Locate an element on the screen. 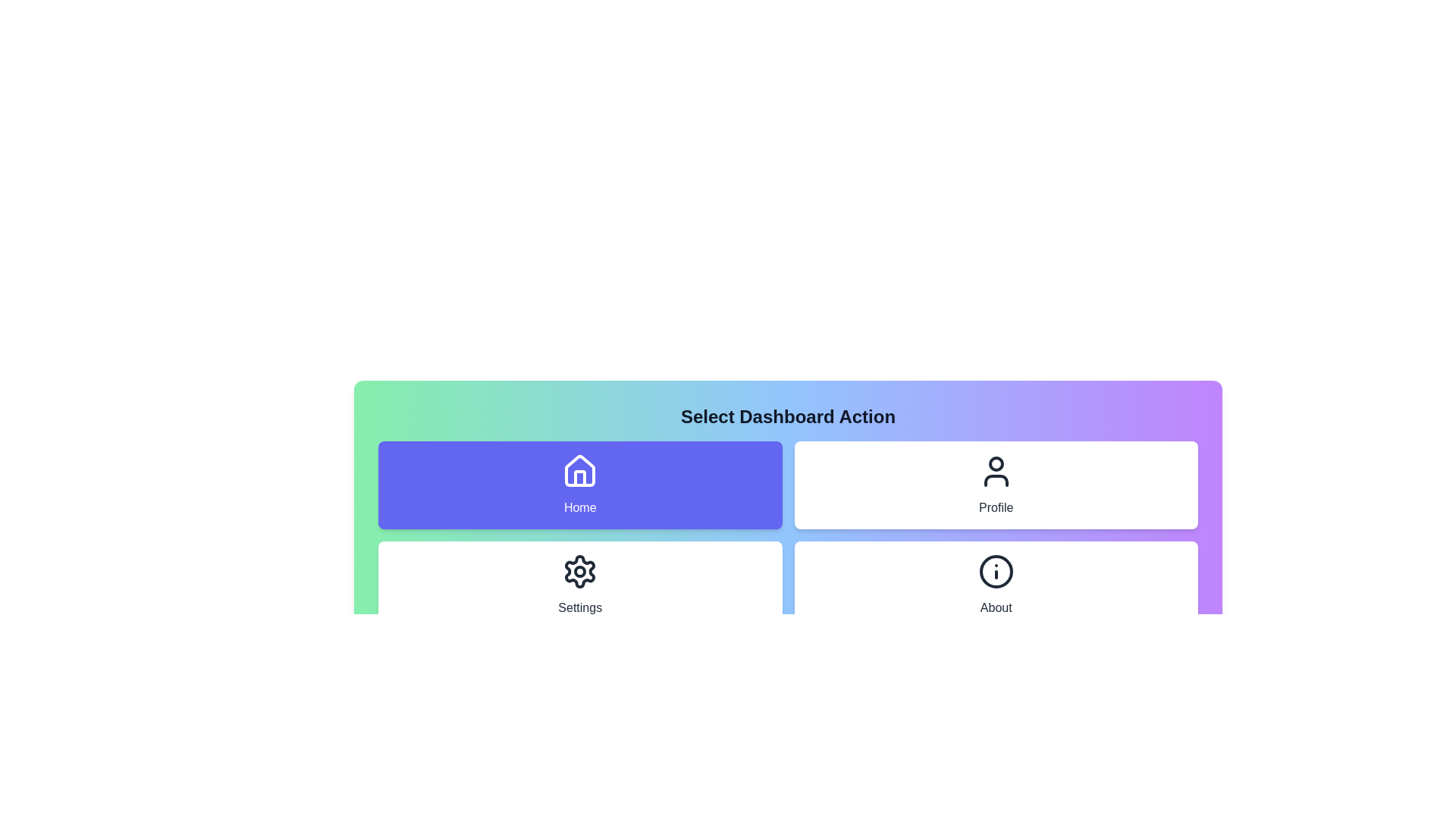 This screenshot has width=1456, height=819. the About button to observe its visual effect is located at coordinates (996, 584).